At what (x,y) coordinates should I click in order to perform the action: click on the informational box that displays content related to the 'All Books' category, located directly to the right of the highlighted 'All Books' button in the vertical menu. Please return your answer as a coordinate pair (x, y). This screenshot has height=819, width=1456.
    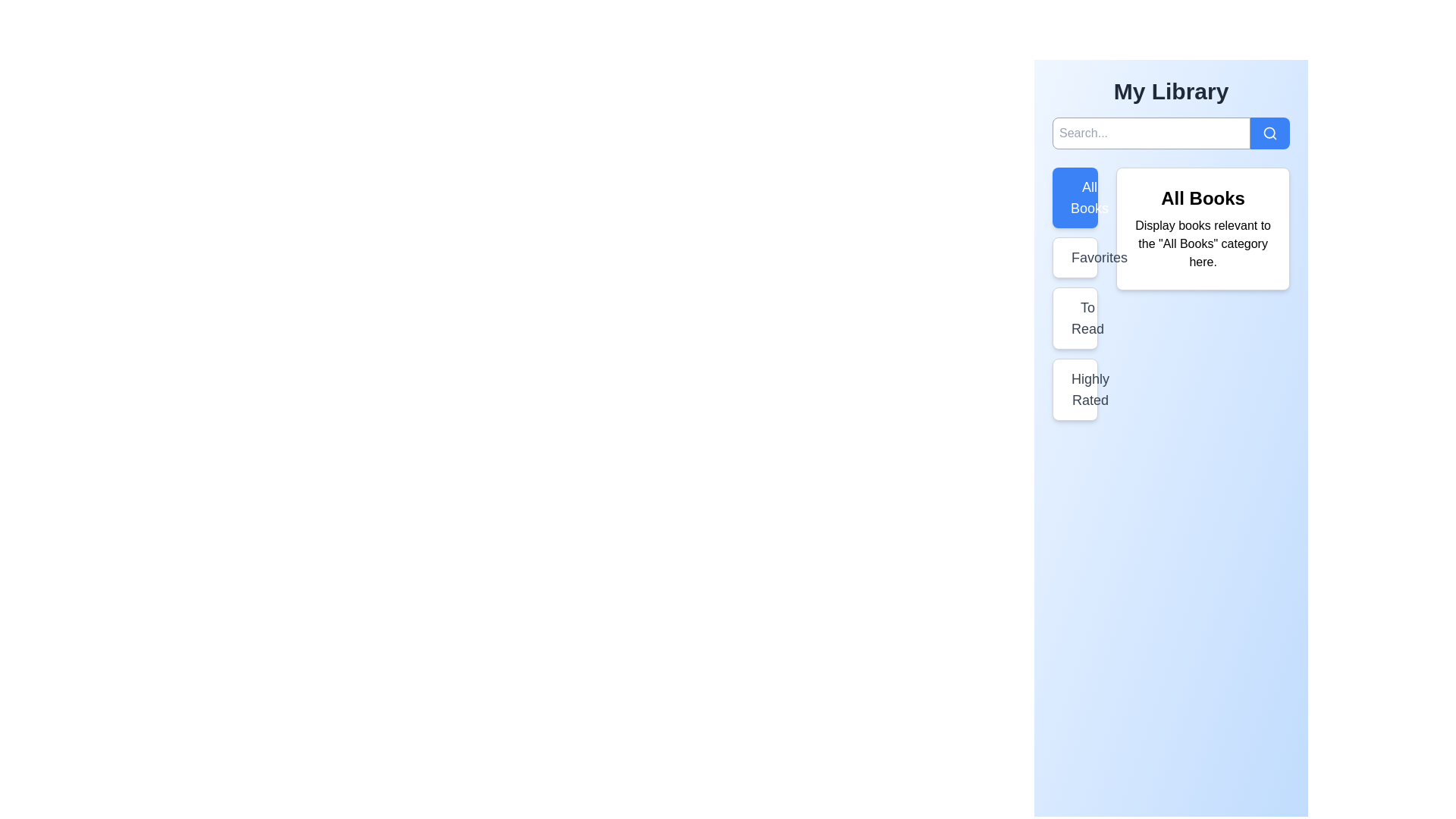
    Looking at the image, I should click on (1202, 228).